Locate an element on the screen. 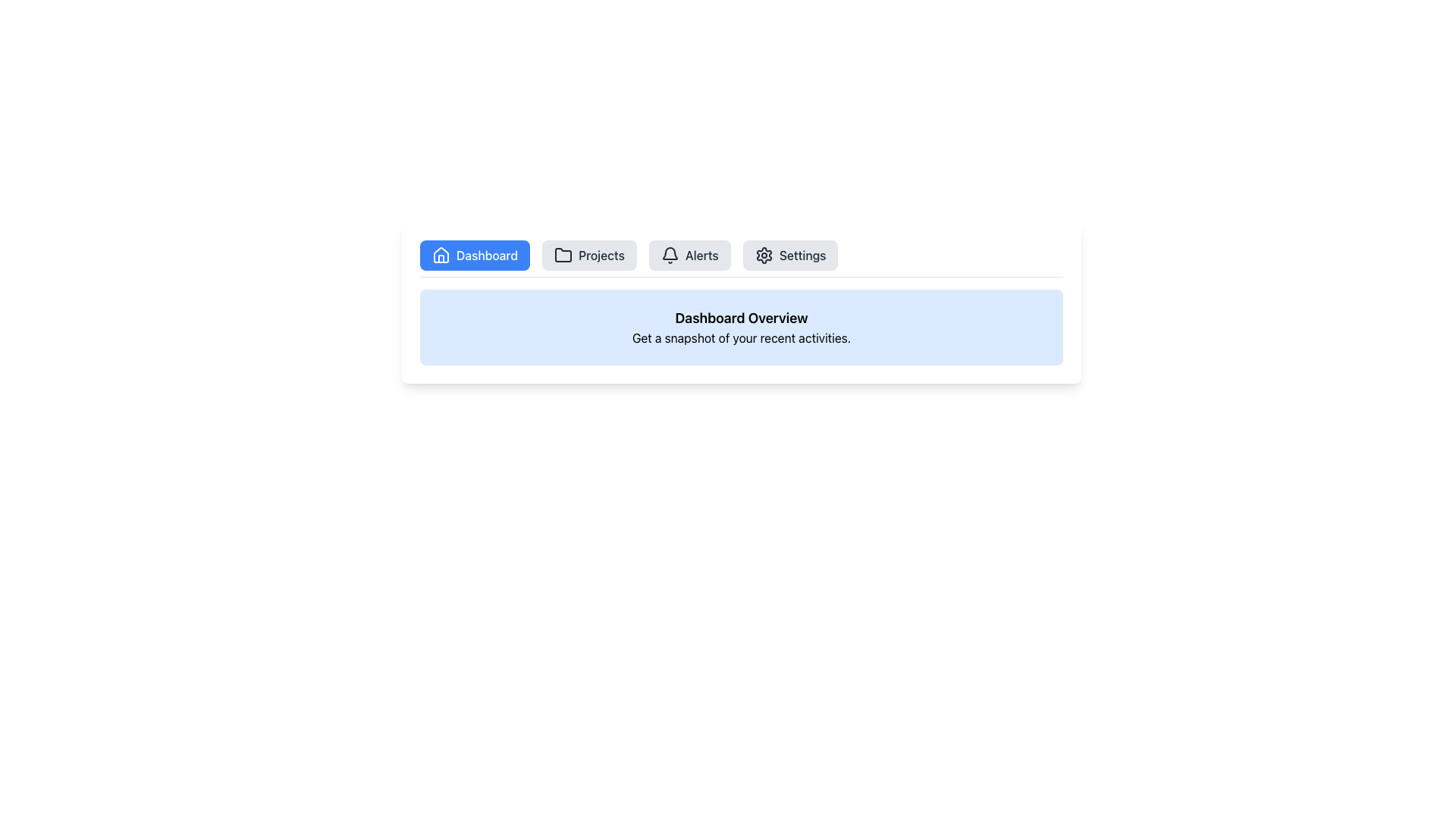  the 'Alerts' button in the navigation bar is located at coordinates (689, 254).